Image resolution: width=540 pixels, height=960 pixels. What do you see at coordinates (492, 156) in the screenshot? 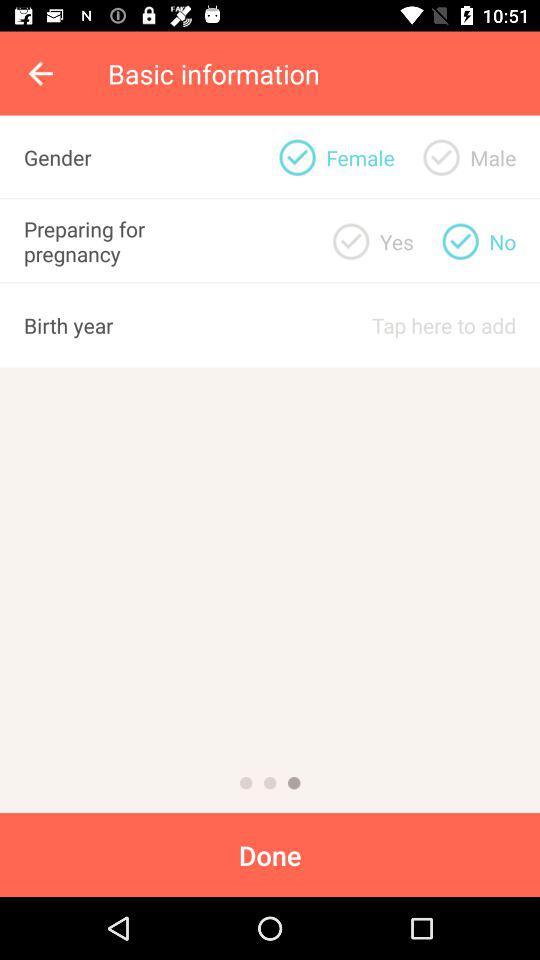
I see `item below the basic information item` at bounding box center [492, 156].